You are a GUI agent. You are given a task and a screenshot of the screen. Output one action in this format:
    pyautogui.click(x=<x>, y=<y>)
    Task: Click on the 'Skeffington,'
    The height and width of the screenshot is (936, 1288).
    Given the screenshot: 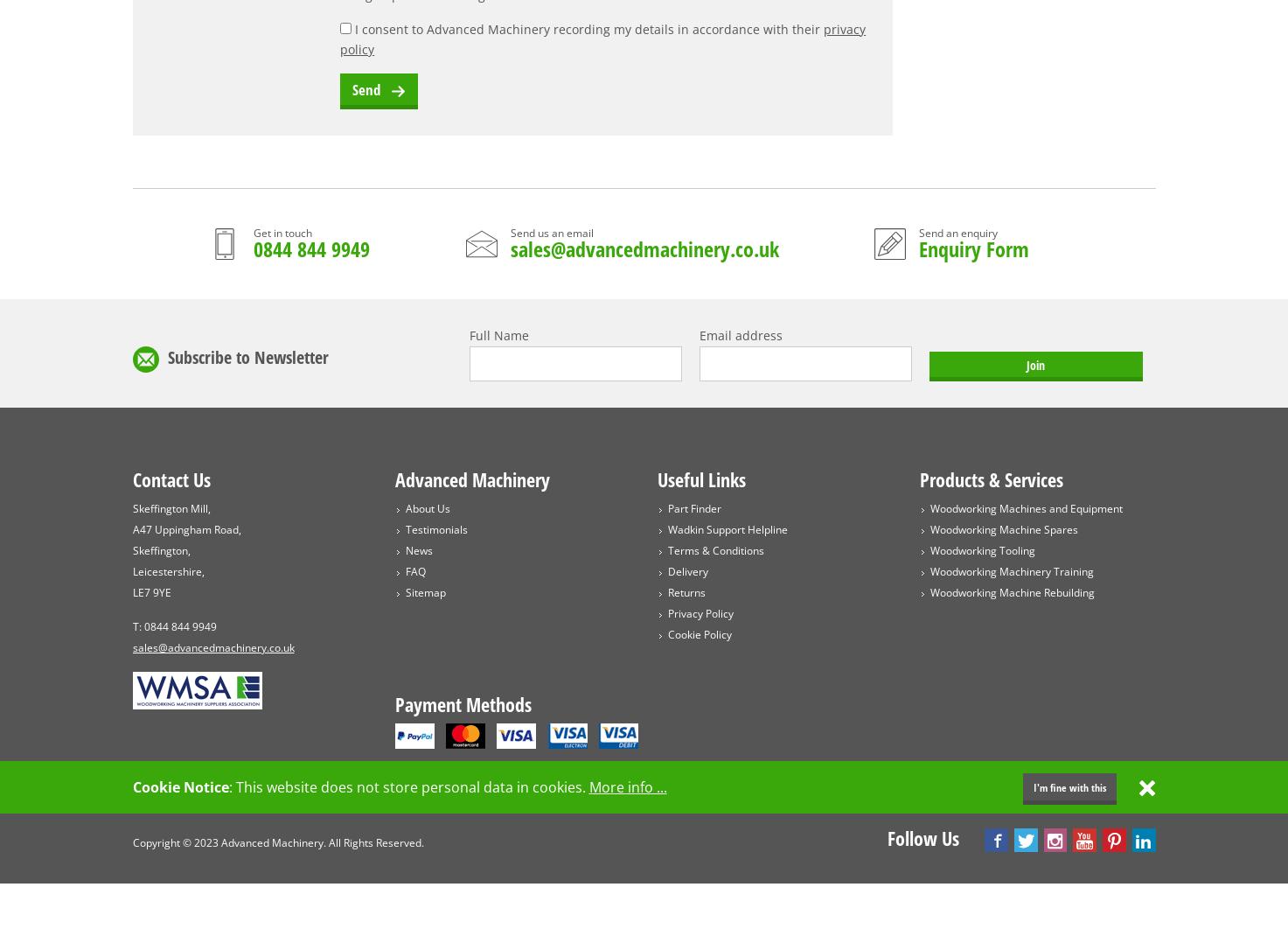 What is the action you would take?
    pyautogui.click(x=160, y=549)
    